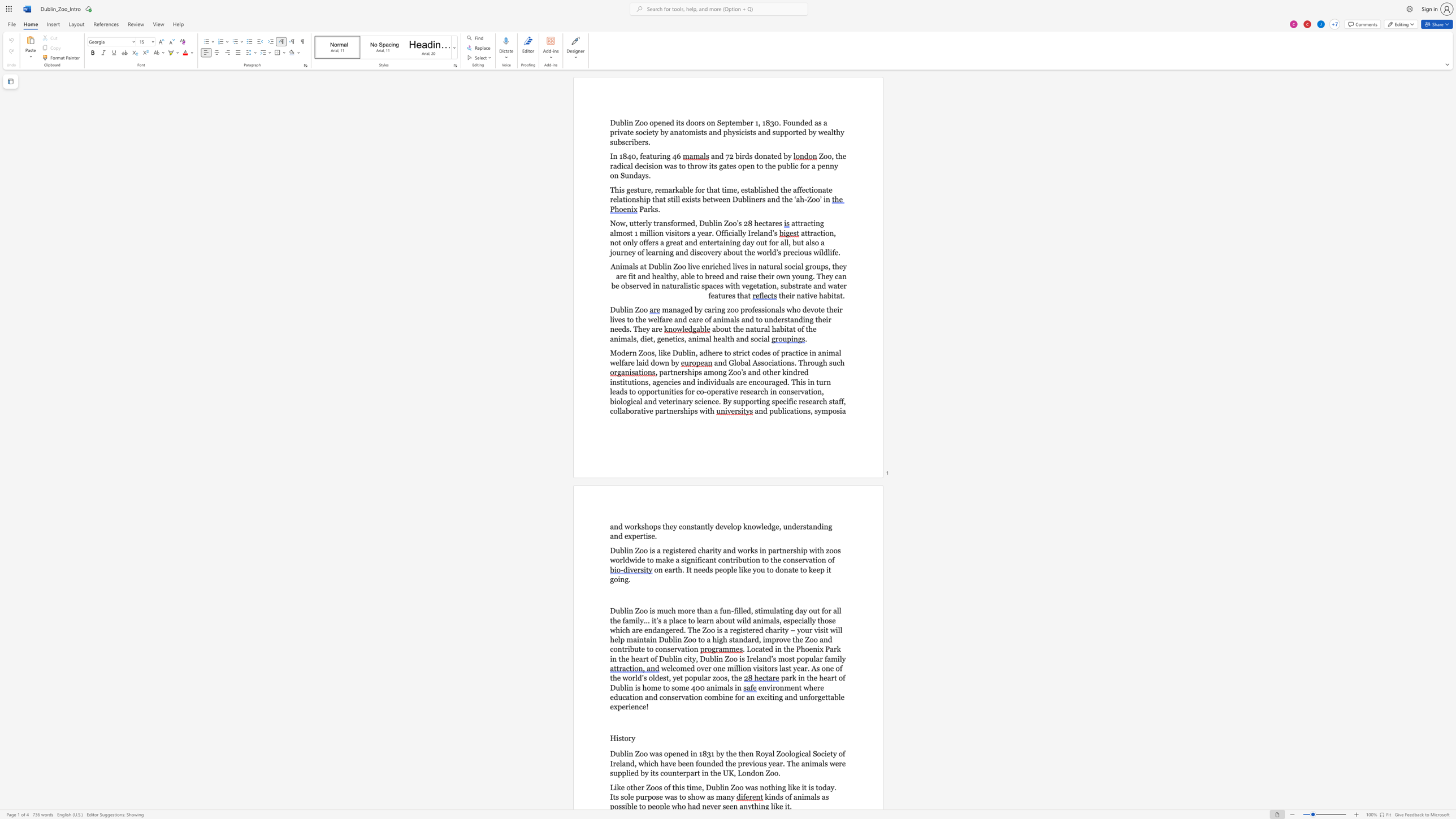 The width and height of the screenshot is (1456, 819). What do you see at coordinates (653, 353) in the screenshot?
I see `the space between the continuous character "s" and "," in the text` at bounding box center [653, 353].